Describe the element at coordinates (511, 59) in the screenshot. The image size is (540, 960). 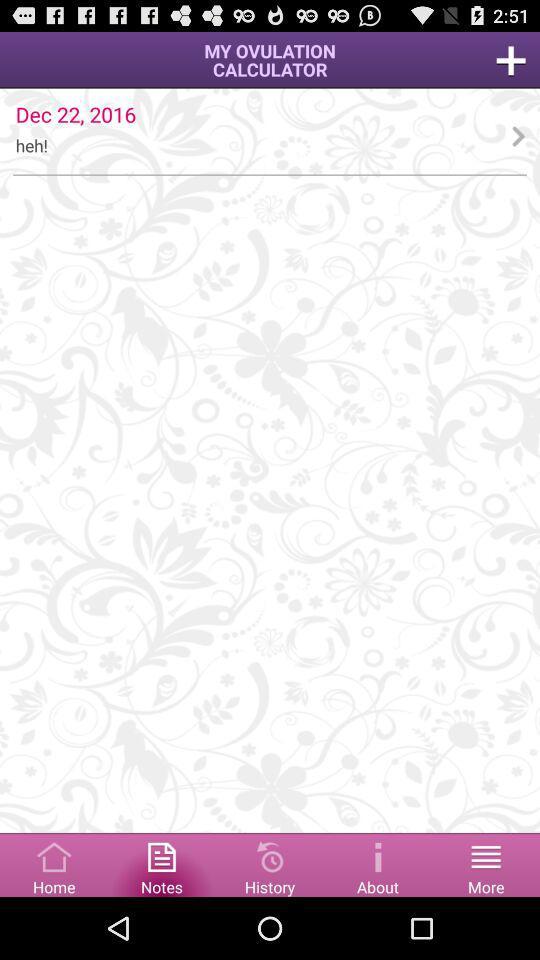
I see `menu page` at that location.